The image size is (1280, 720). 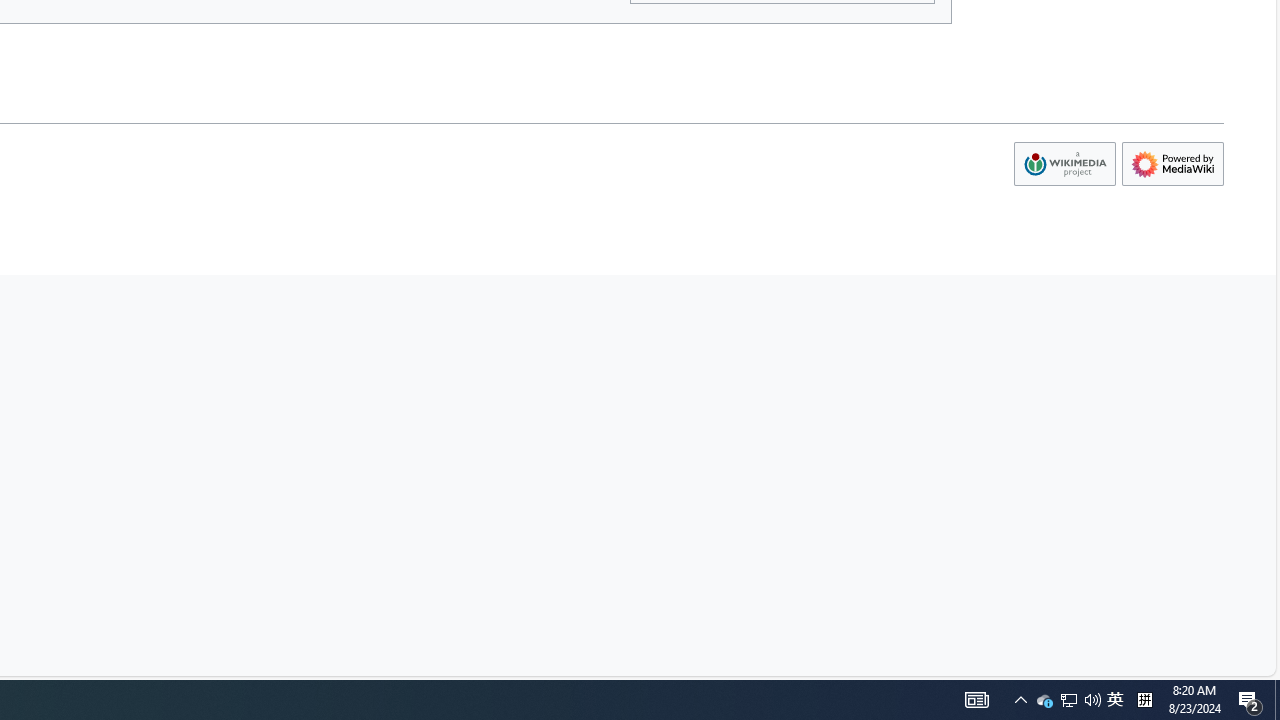 I want to click on 'Powered by MediaWiki', so click(x=1173, y=163).